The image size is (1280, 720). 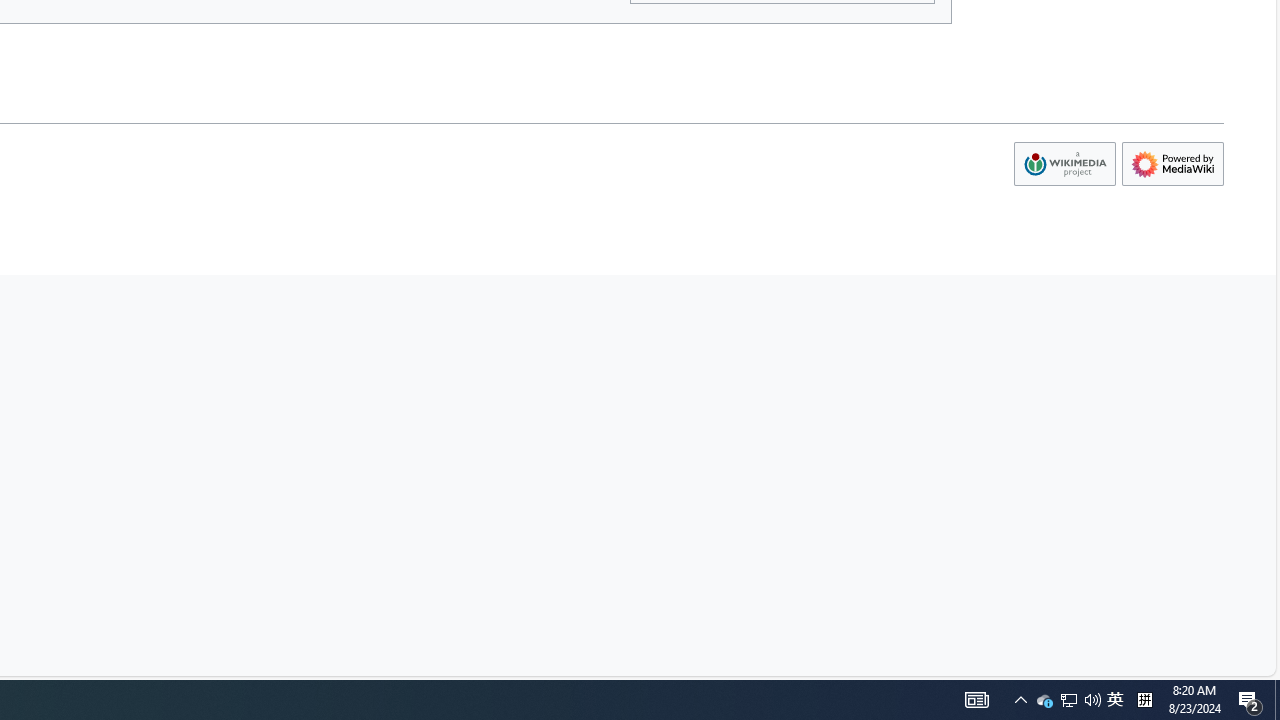 I want to click on 'Powered by MediaWiki', so click(x=1173, y=163).